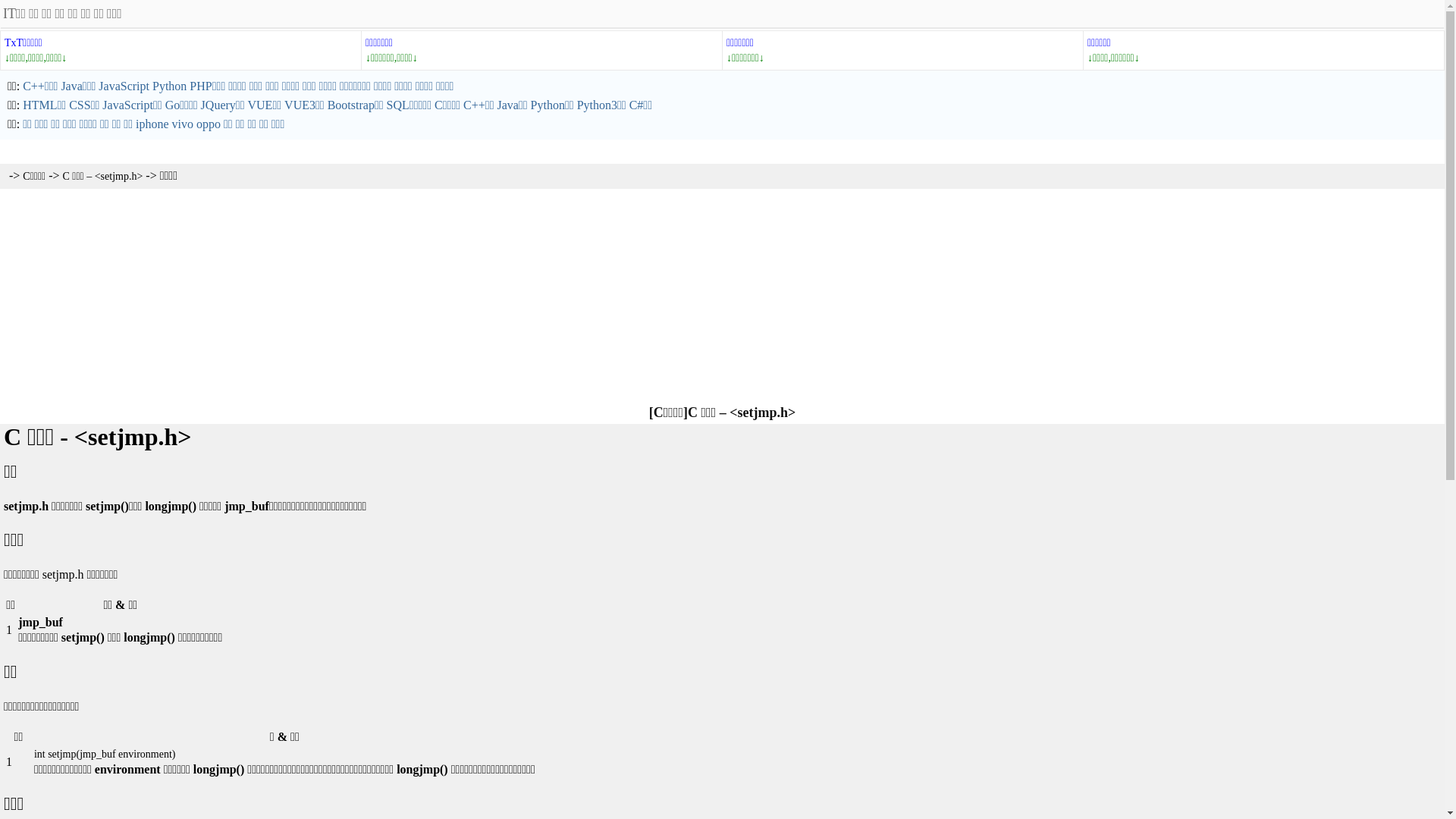 Image resolution: width=1456 pixels, height=819 pixels. I want to click on 'Python', so click(169, 86).